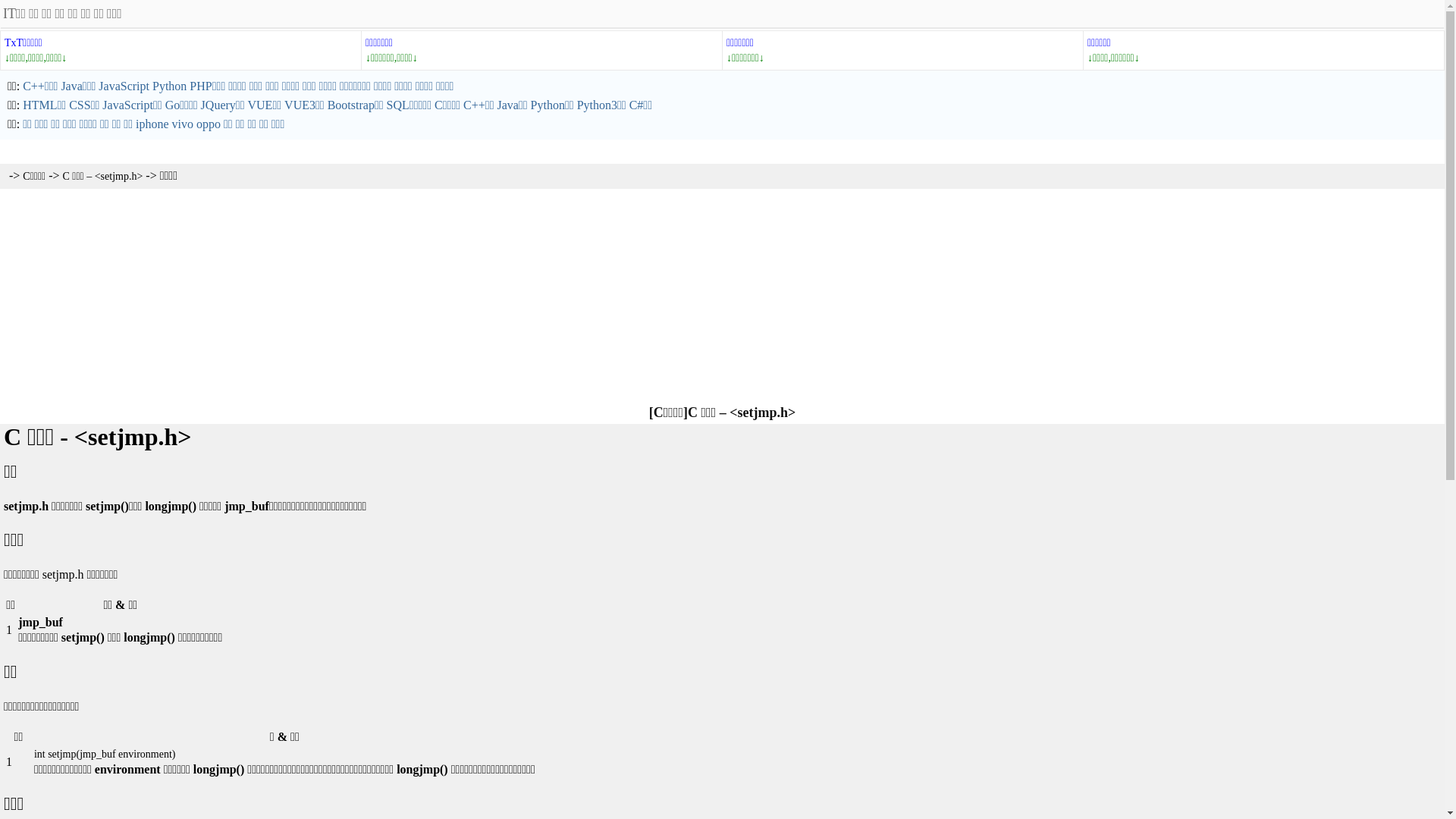 Image resolution: width=1456 pixels, height=819 pixels. I want to click on 'Python', so click(169, 86).